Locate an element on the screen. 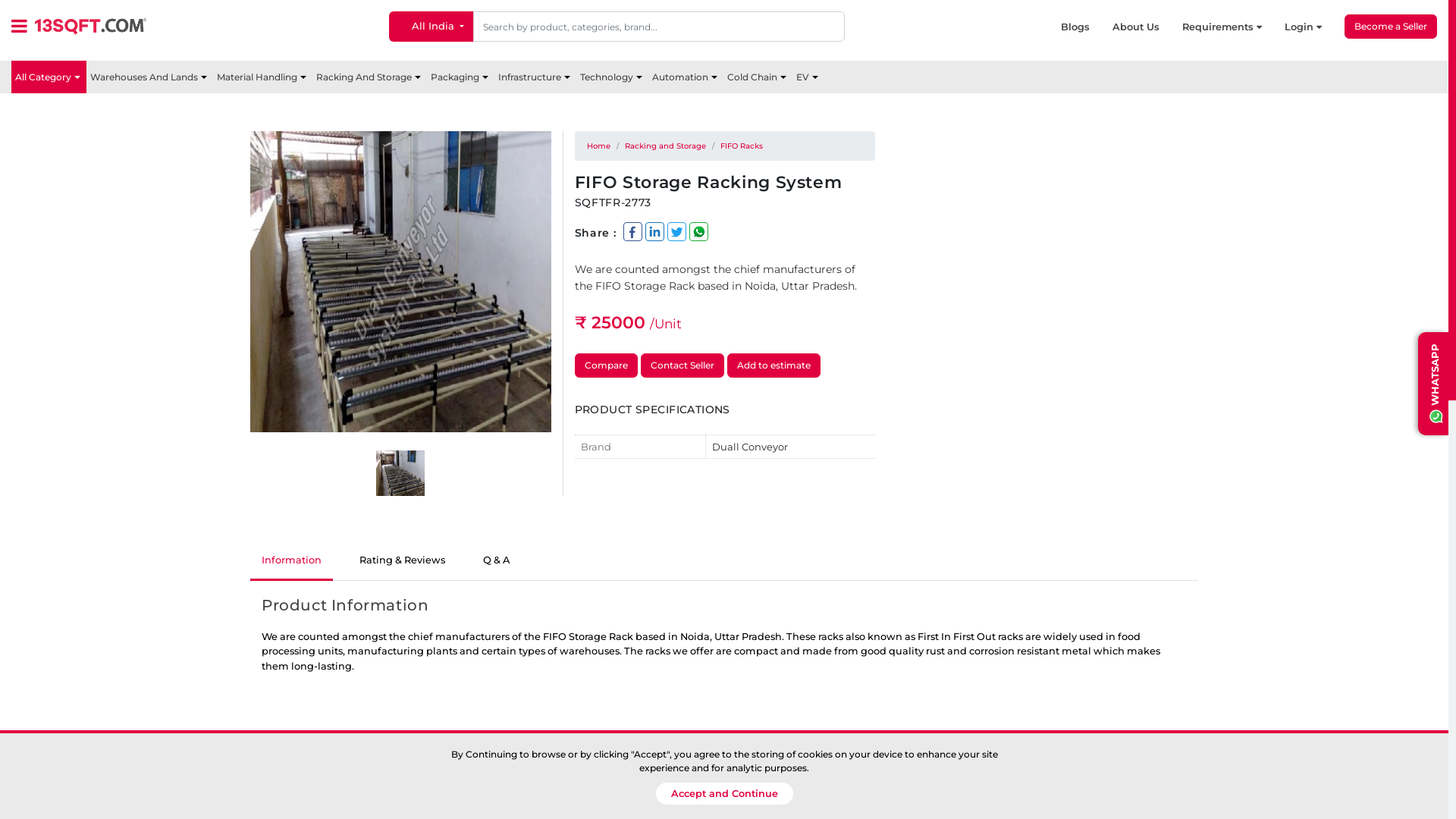 This screenshot has width=1456, height=819. 'EV' is located at coordinates (807, 77).